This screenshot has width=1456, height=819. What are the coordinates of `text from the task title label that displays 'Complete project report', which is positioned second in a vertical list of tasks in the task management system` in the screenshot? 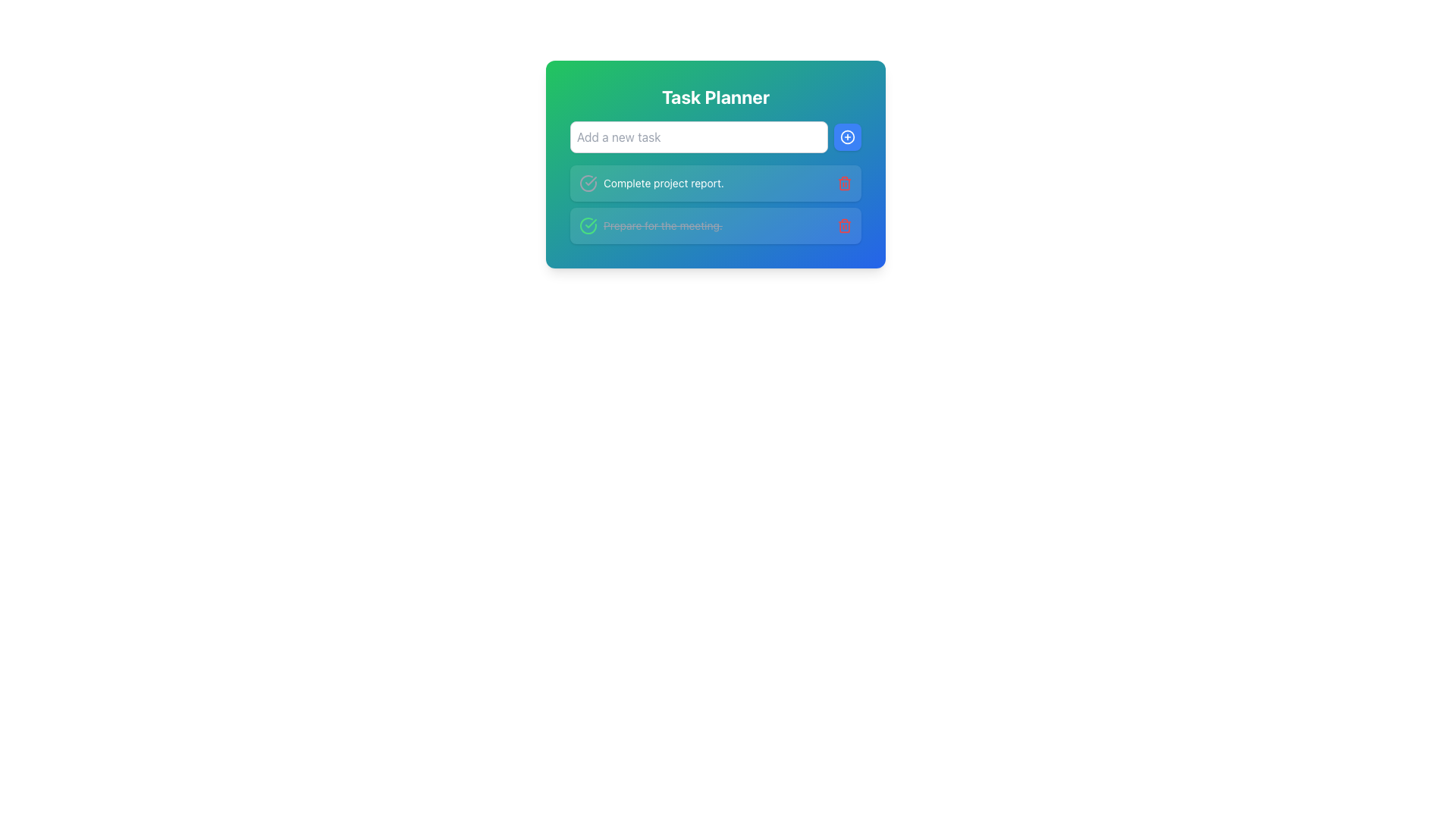 It's located at (664, 183).